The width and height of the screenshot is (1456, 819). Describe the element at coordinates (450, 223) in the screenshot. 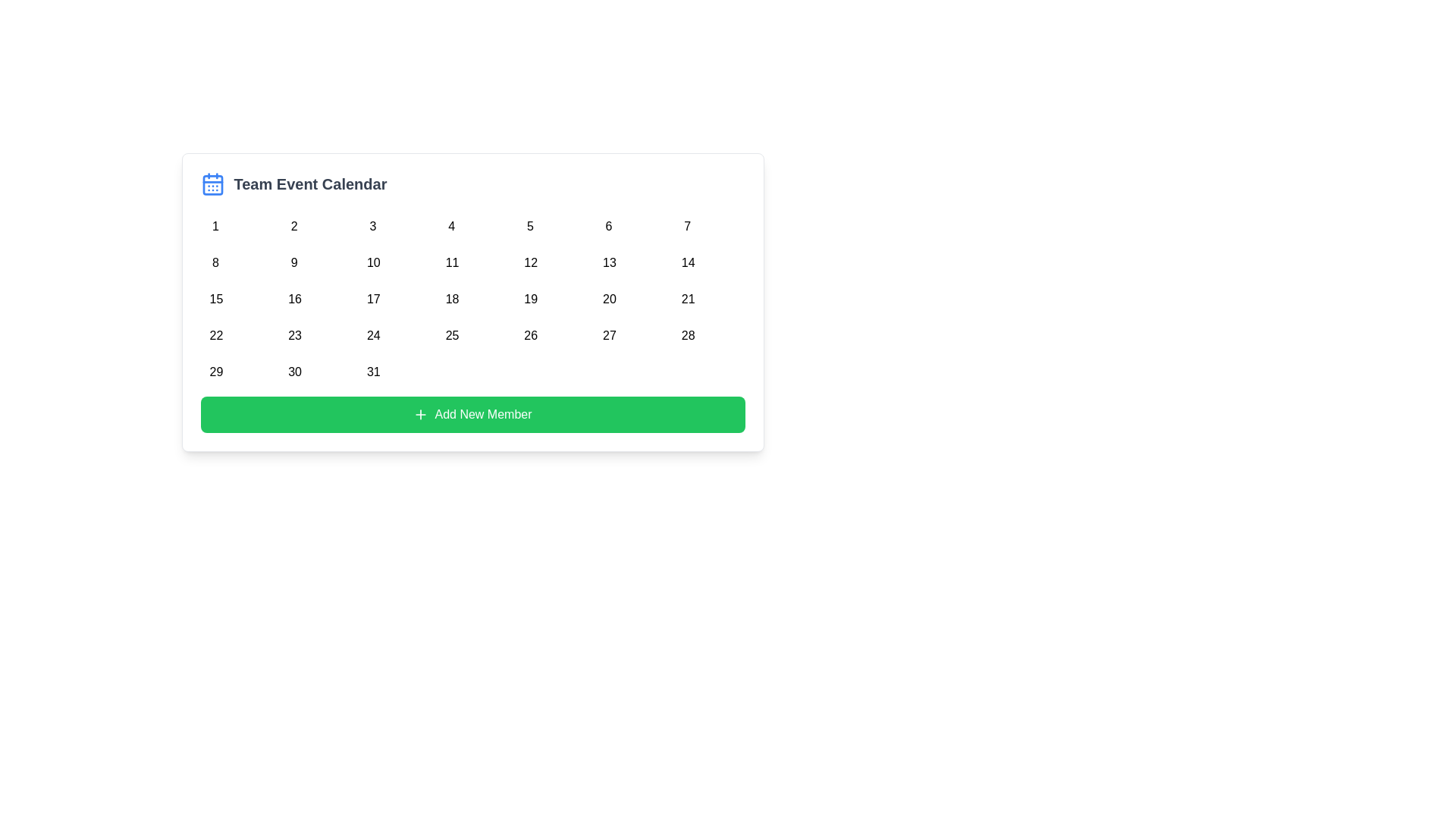

I see `the square button with rounded corners labeled '4' in the calendar grid` at that location.